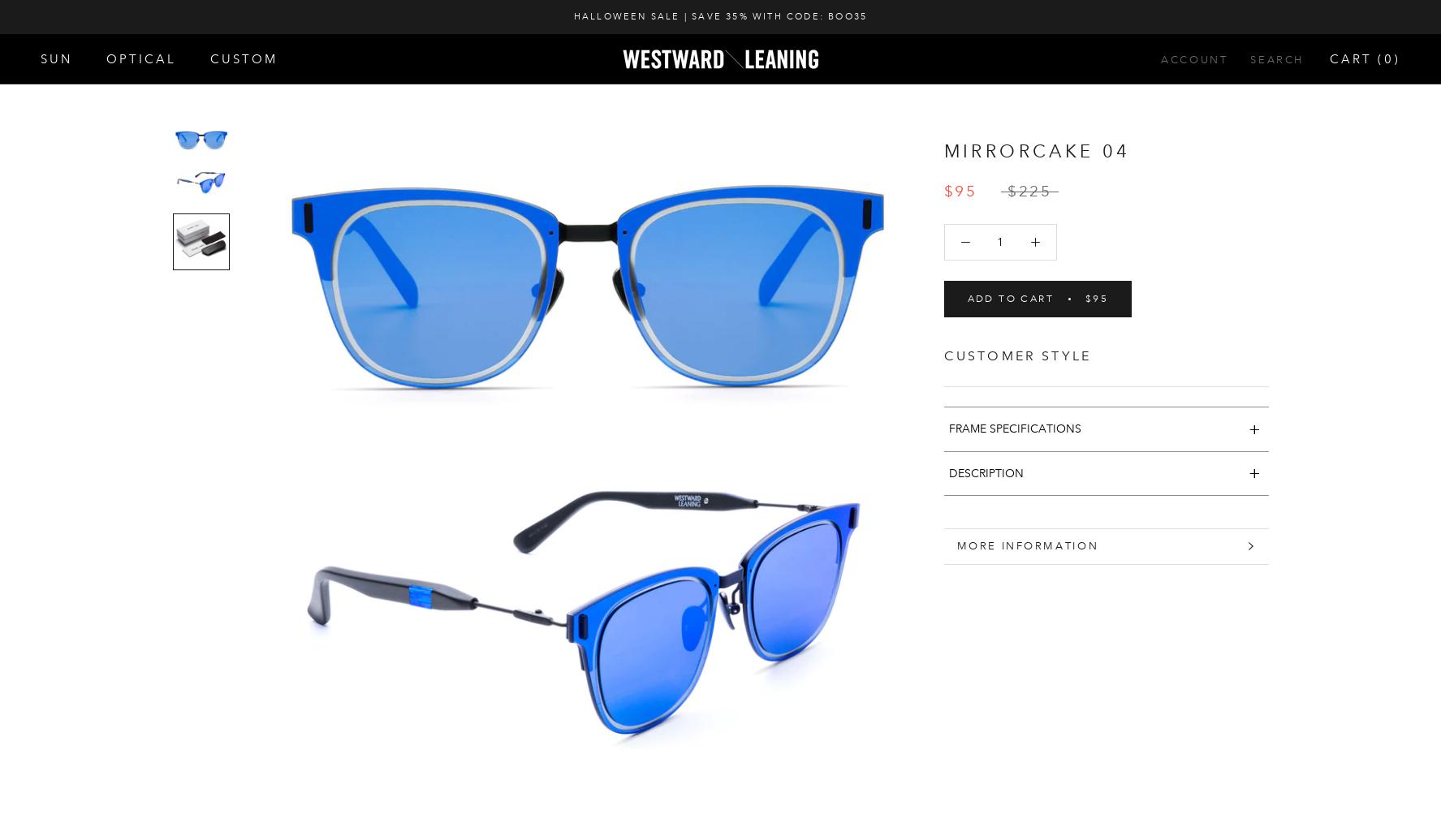 This screenshot has width=1441, height=840. What do you see at coordinates (966, 298) in the screenshot?
I see `'Add to cart'` at bounding box center [966, 298].